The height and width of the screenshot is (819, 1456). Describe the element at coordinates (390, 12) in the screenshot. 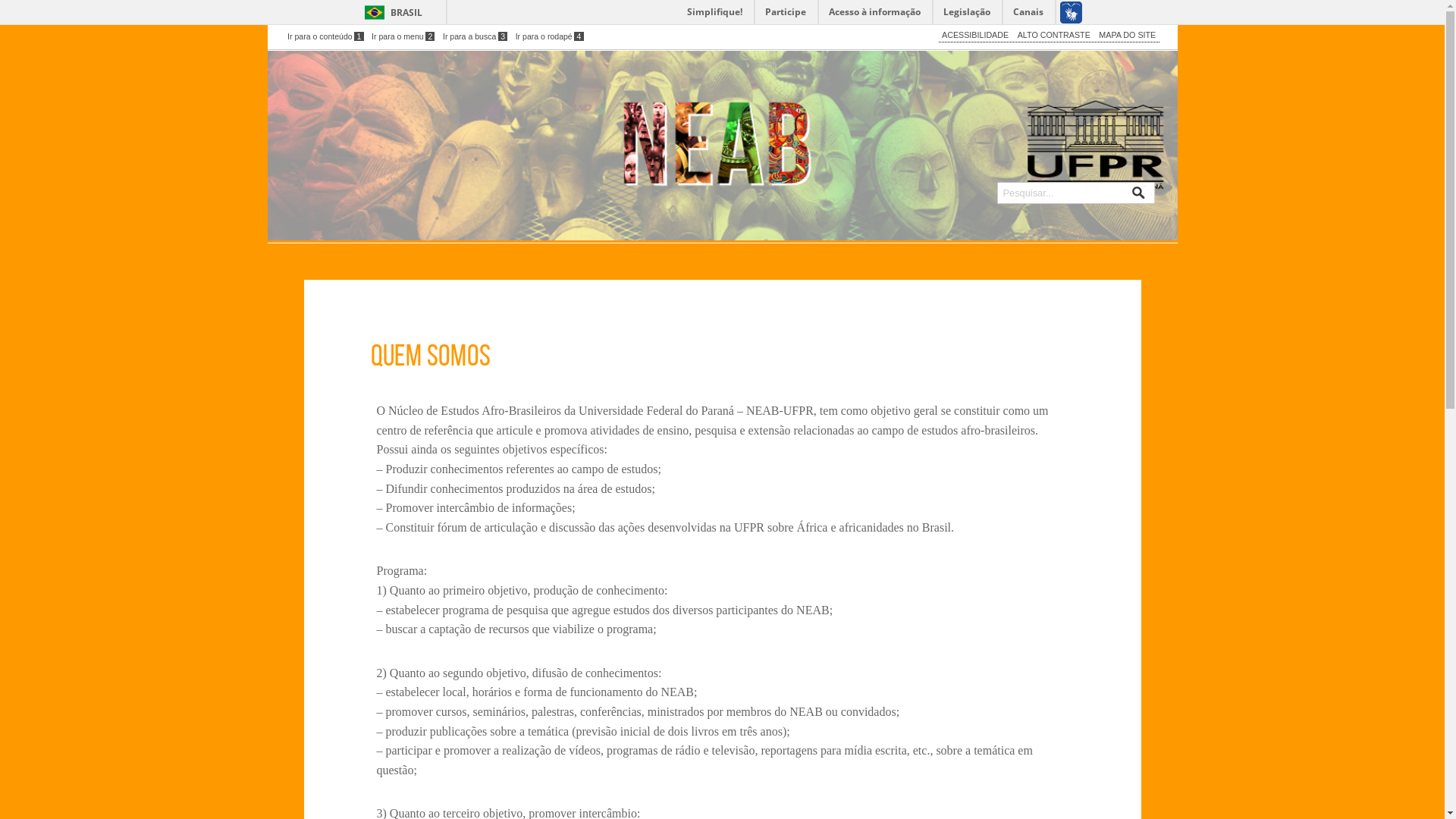

I see `'BRASIL'` at that location.